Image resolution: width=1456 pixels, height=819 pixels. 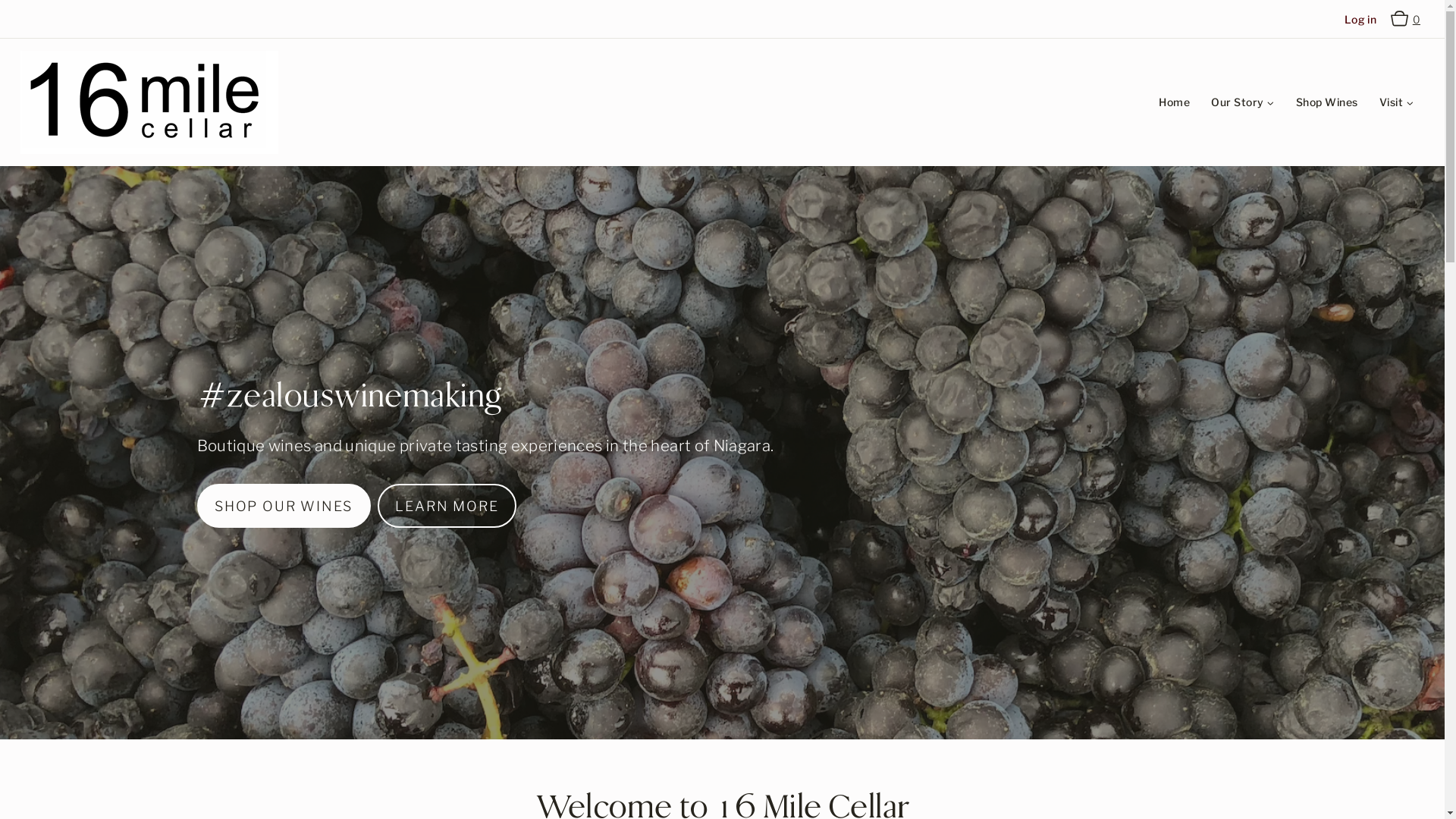 What do you see at coordinates (1395, 102) in the screenshot?
I see `'Visit'` at bounding box center [1395, 102].